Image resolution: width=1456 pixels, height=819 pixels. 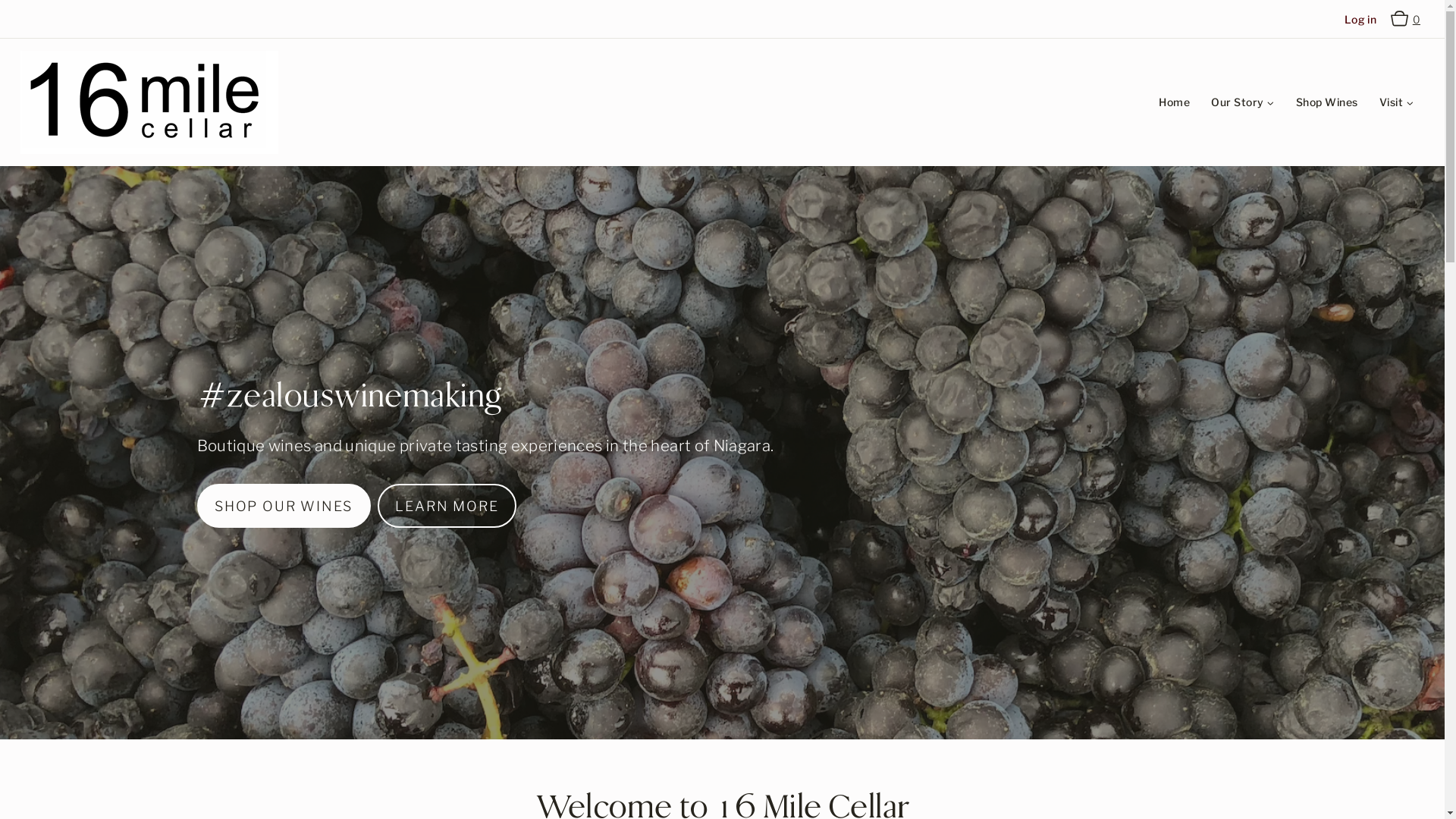 What do you see at coordinates (1395, 102) in the screenshot?
I see `'Visit'` at bounding box center [1395, 102].